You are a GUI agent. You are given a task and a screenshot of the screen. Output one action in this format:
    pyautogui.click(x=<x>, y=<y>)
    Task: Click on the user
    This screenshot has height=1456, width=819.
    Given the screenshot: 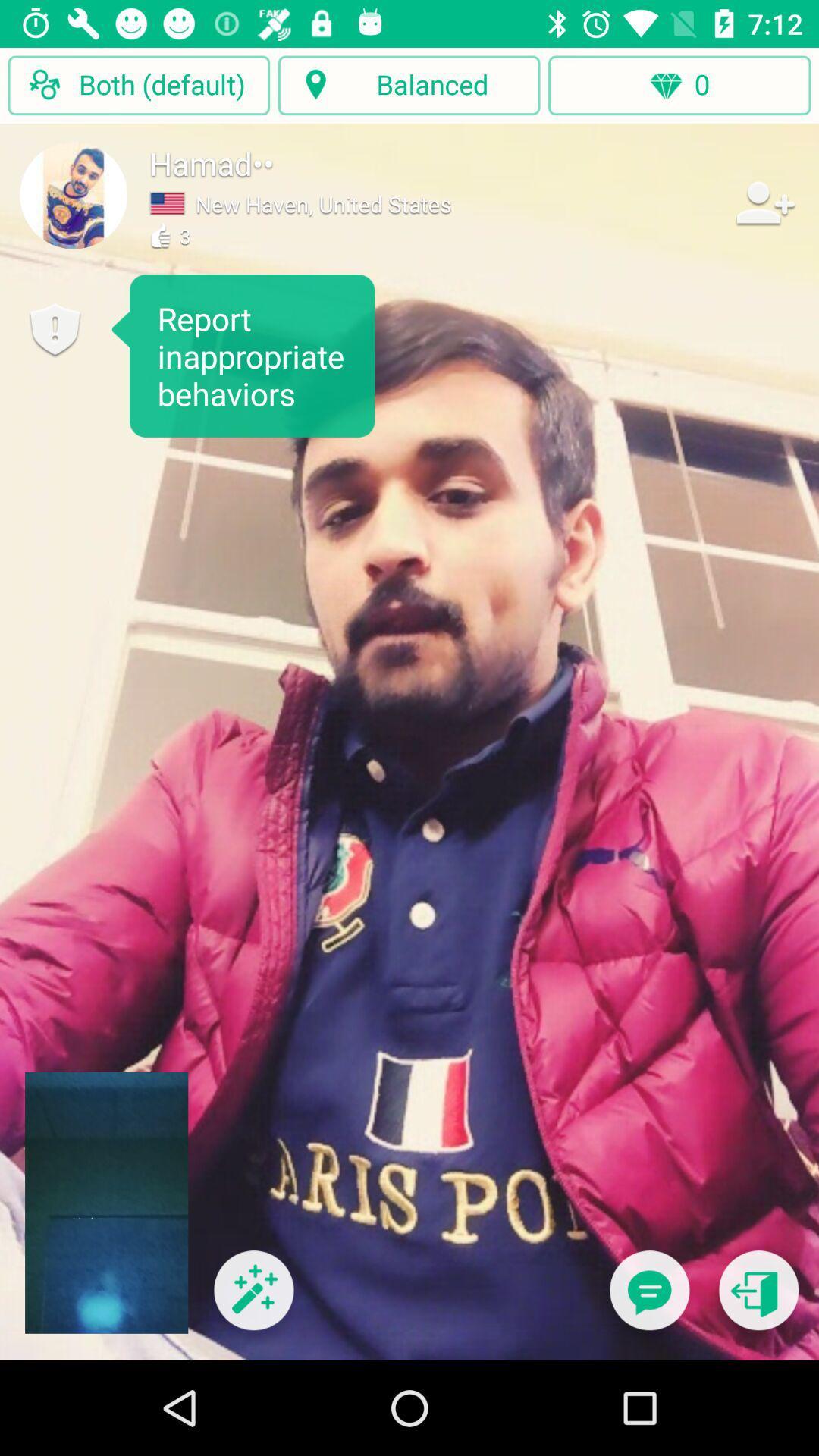 What is the action you would take?
    pyautogui.click(x=764, y=202)
    